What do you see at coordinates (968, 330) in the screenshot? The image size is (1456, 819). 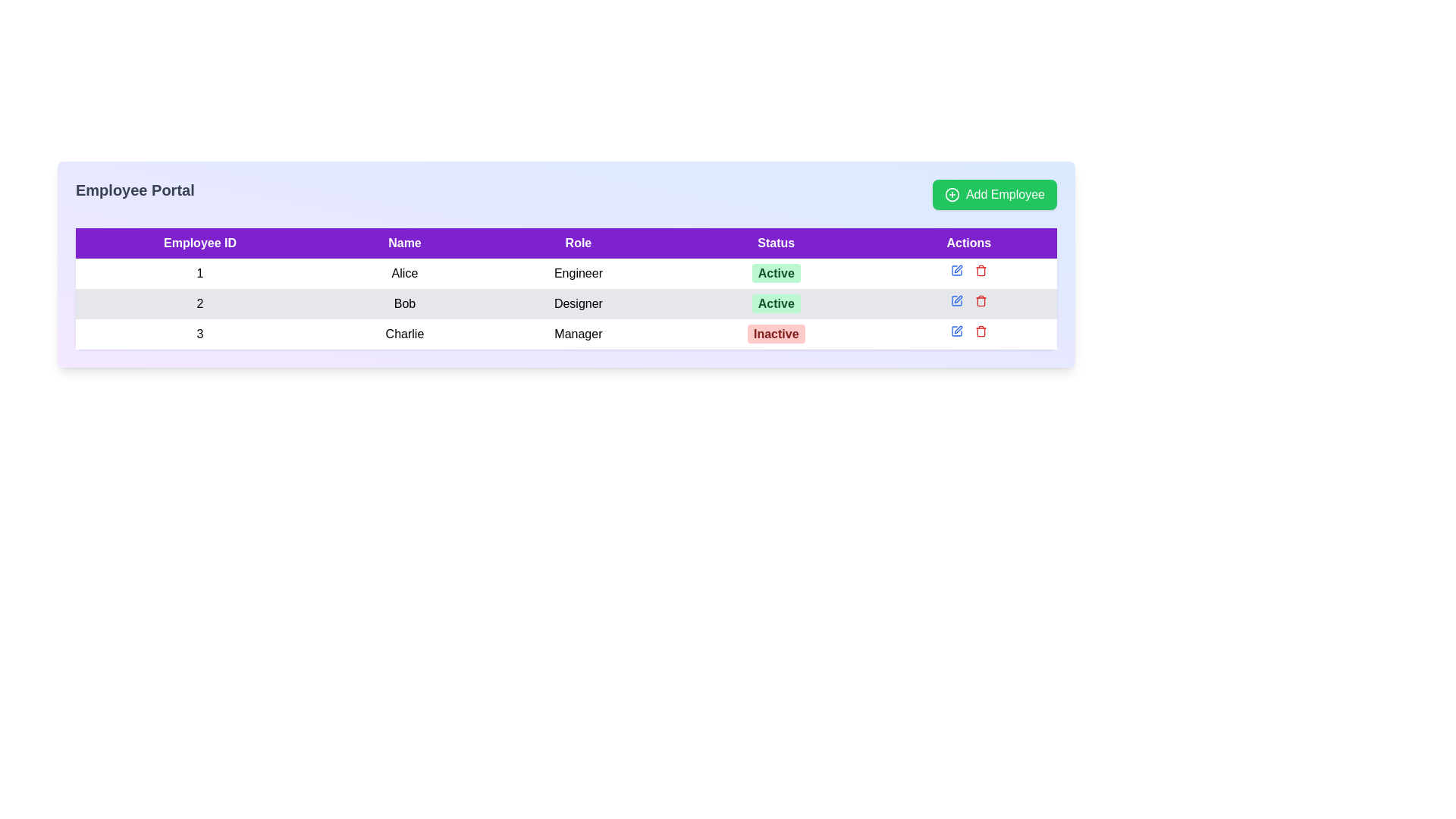 I see `the red delete icon in the Actions column of the third row in the employee details table to trigger hover effects` at bounding box center [968, 330].